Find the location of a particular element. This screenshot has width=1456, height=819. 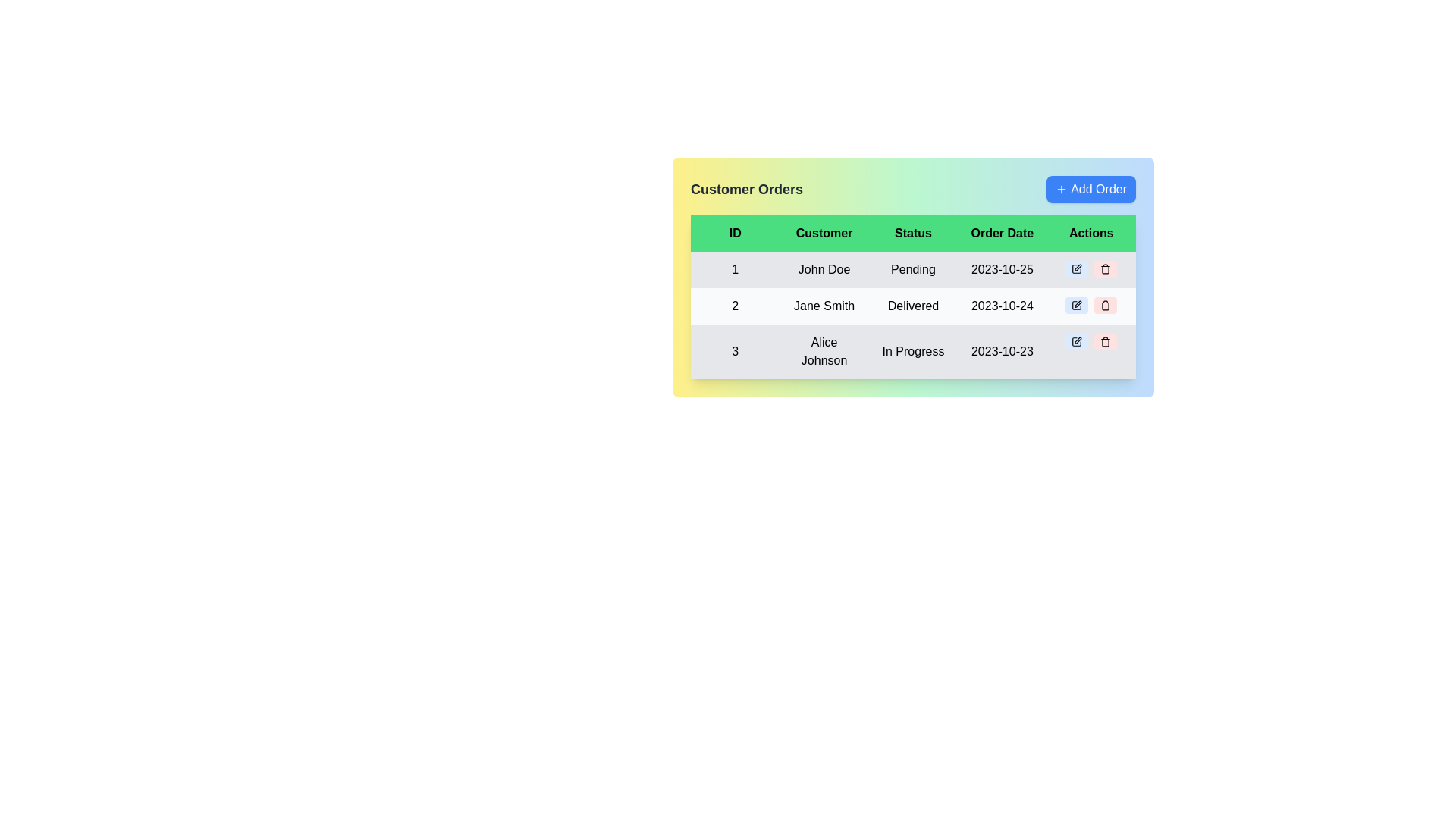

the blue button in the Button group is located at coordinates (1090, 268).